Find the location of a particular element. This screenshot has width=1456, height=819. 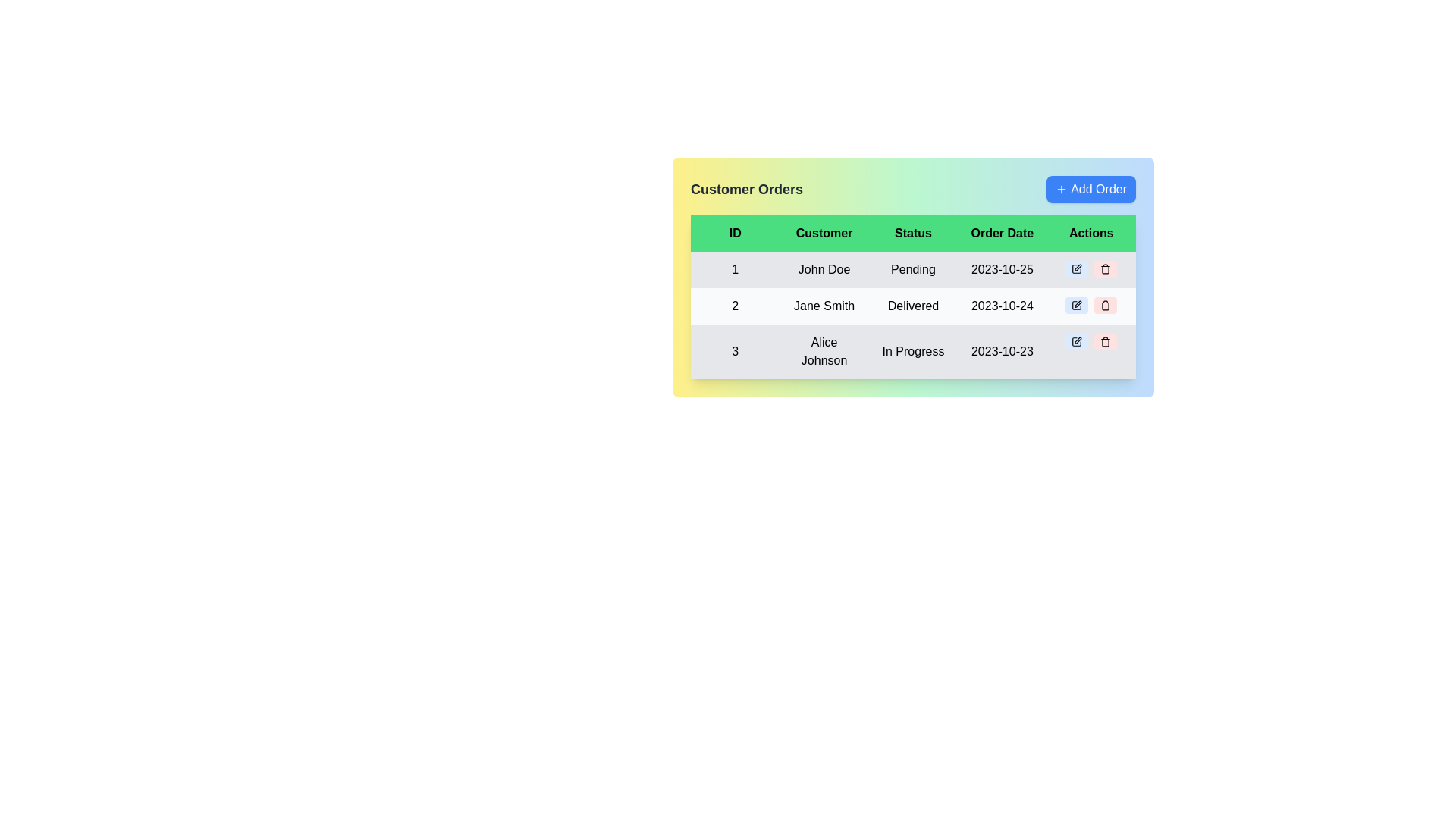

the blue button in the Button group is located at coordinates (1090, 268).